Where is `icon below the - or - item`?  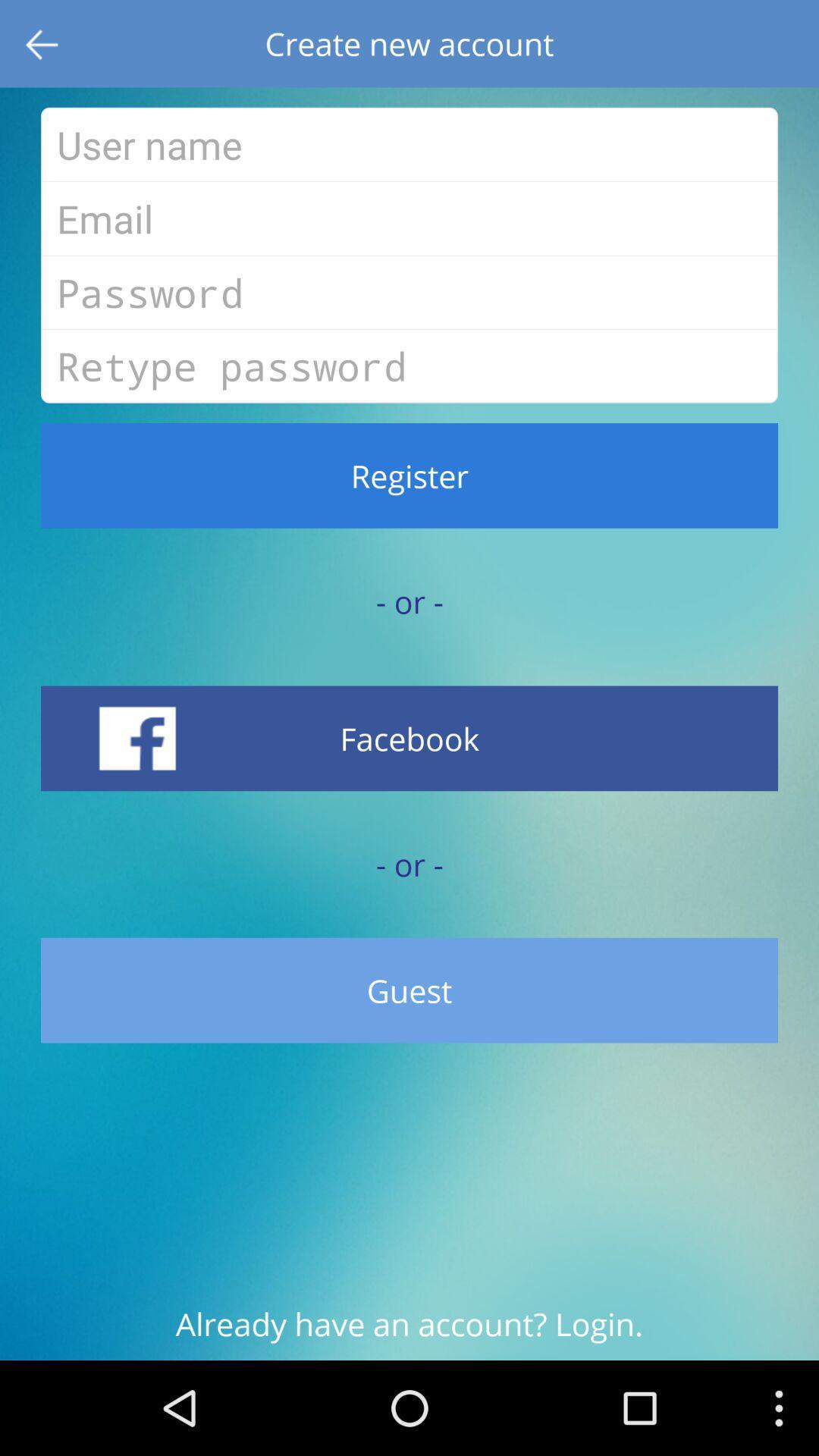
icon below the - or - item is located at coordinates (409, 738).